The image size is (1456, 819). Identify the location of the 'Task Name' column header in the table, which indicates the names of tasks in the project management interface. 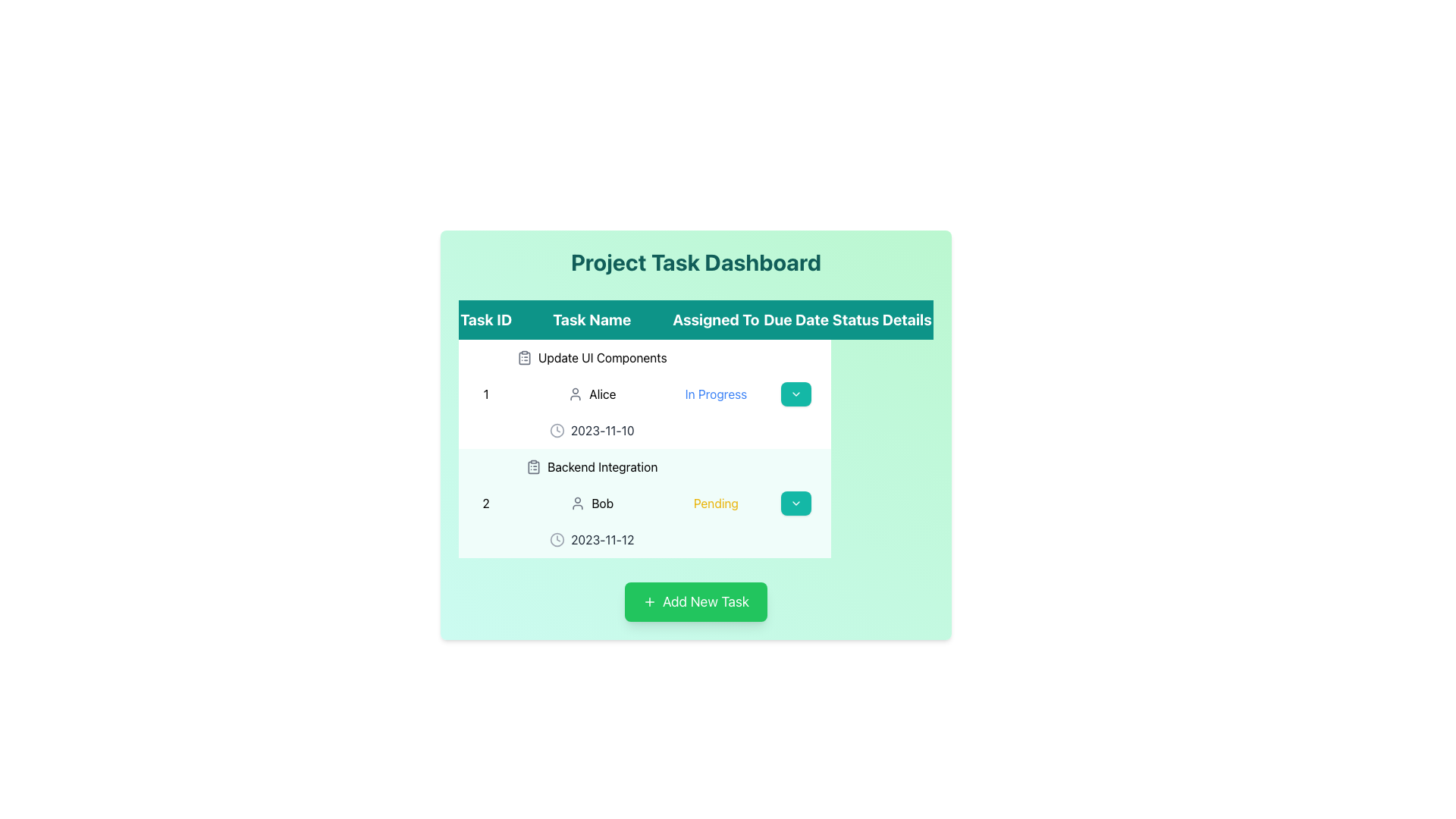
(591, 318).